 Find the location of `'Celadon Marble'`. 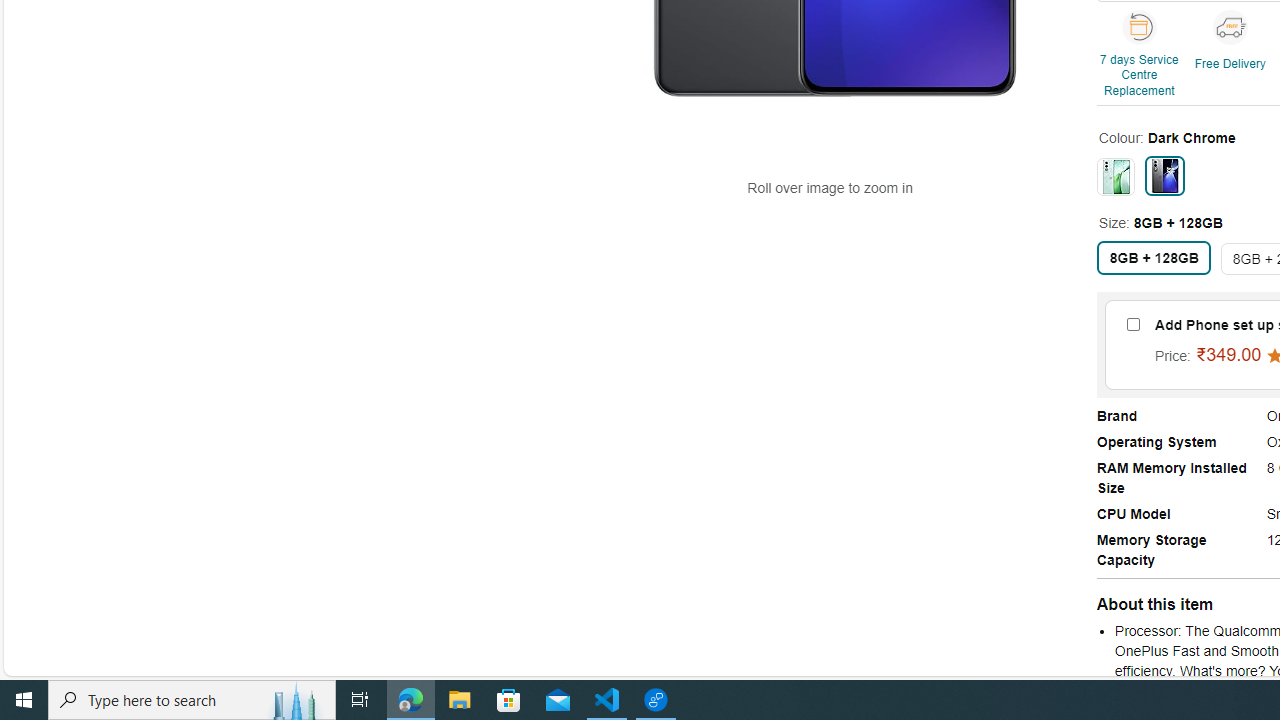

'Celadon Marble' is located at coordinates (1114, 175).